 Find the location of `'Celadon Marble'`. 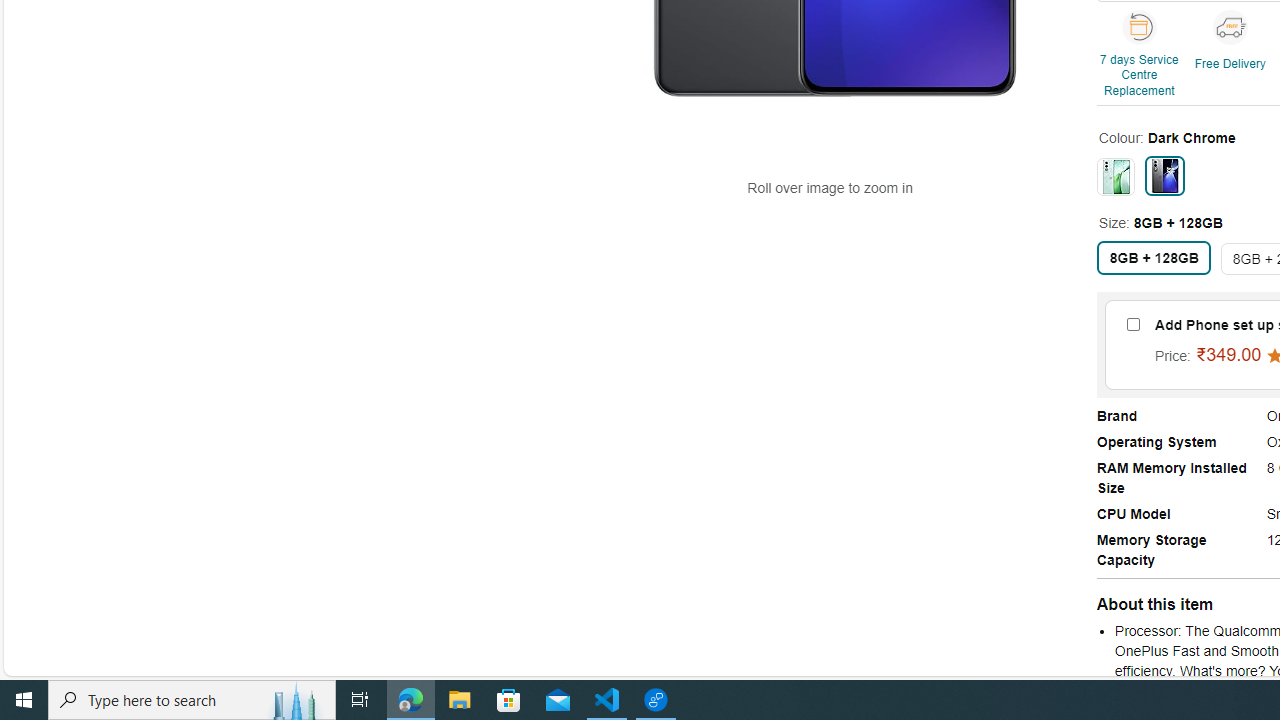

'Celadon Marble' is located at coordinates (1114, 175).